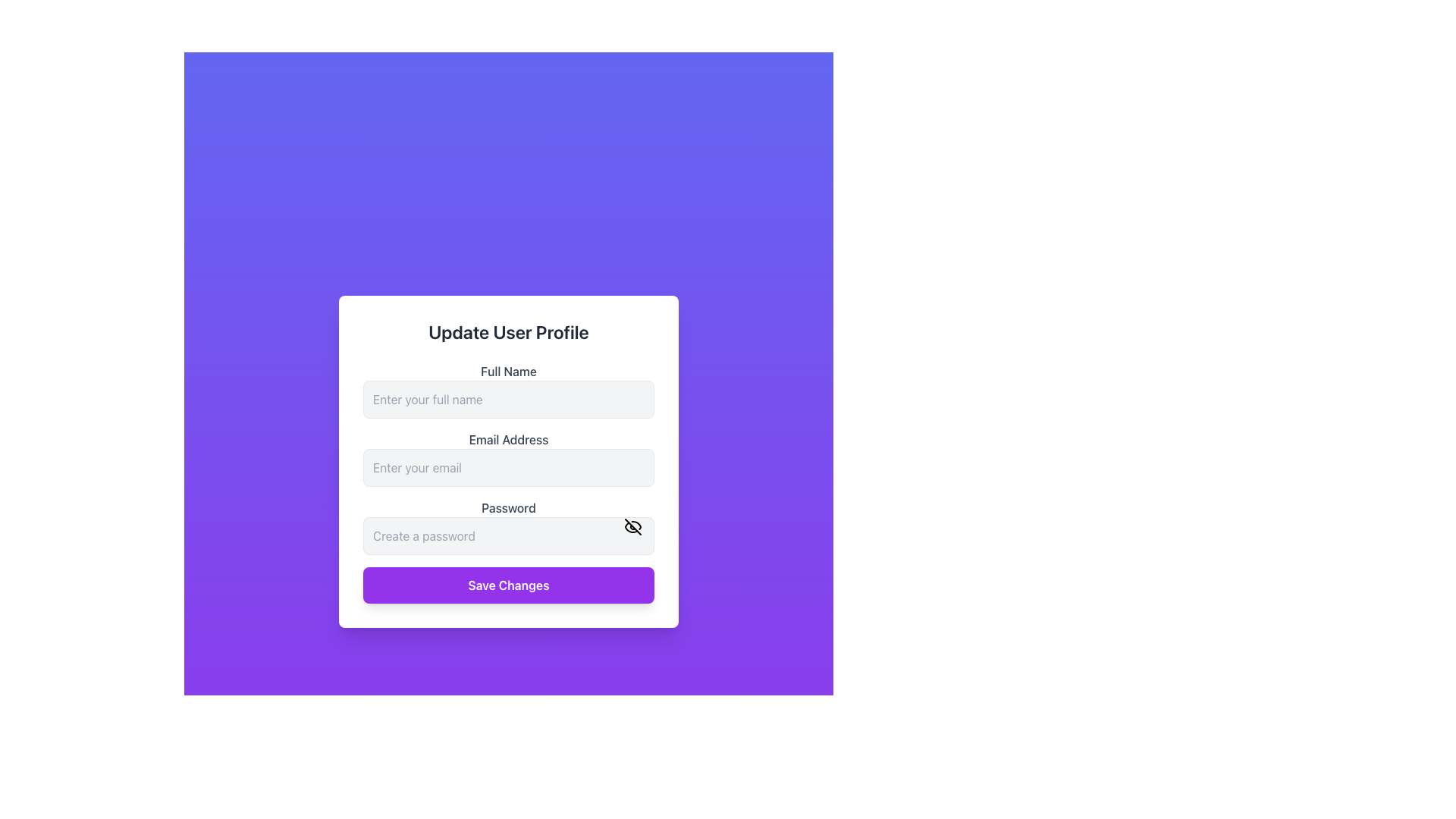 This screenshot has height=819, width=1456. What do you see at coordinates (633, 526) in the screenshot?
I see `the visibility toggle icon represented by a diagonal line segment graphic, located to the right of the 'Password' input field` at bounding box center [633, 526].